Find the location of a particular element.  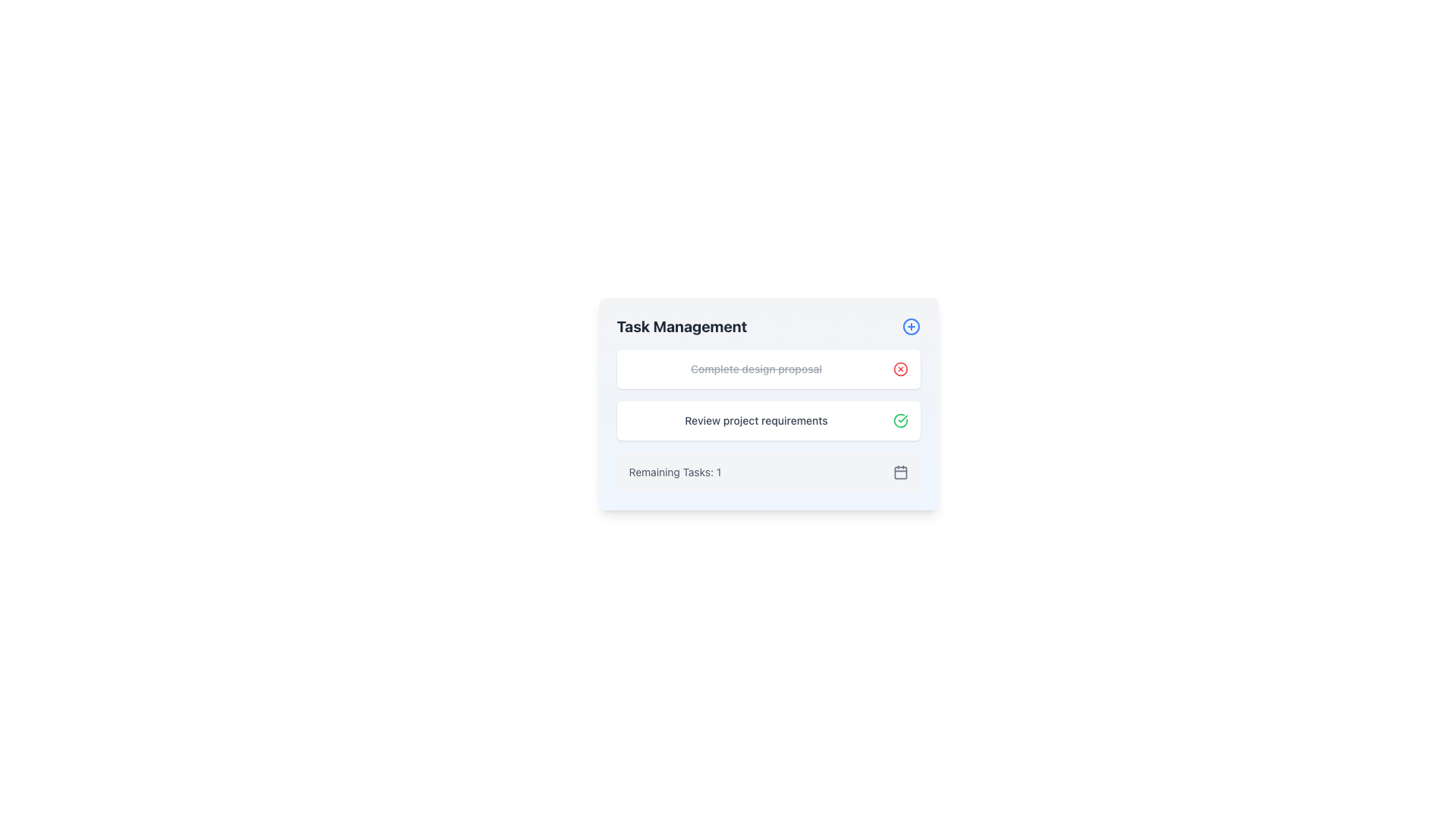

the completed task title text label that is styled with a line-through to indicate it is completed, located in the task management section above the 'Review project requirements' task is located at coordinates (756, 369).